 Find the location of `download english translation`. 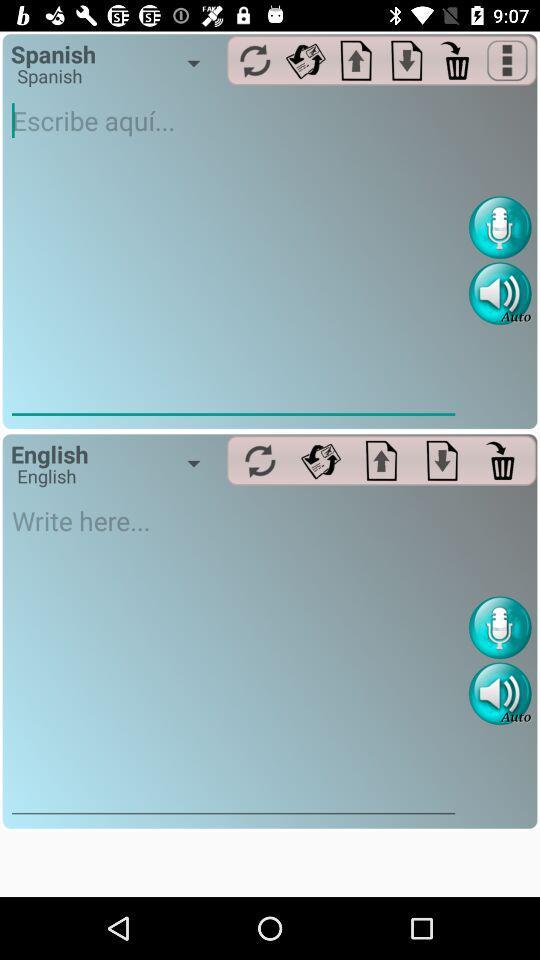

download english translation is located at coordinates (442, 460).